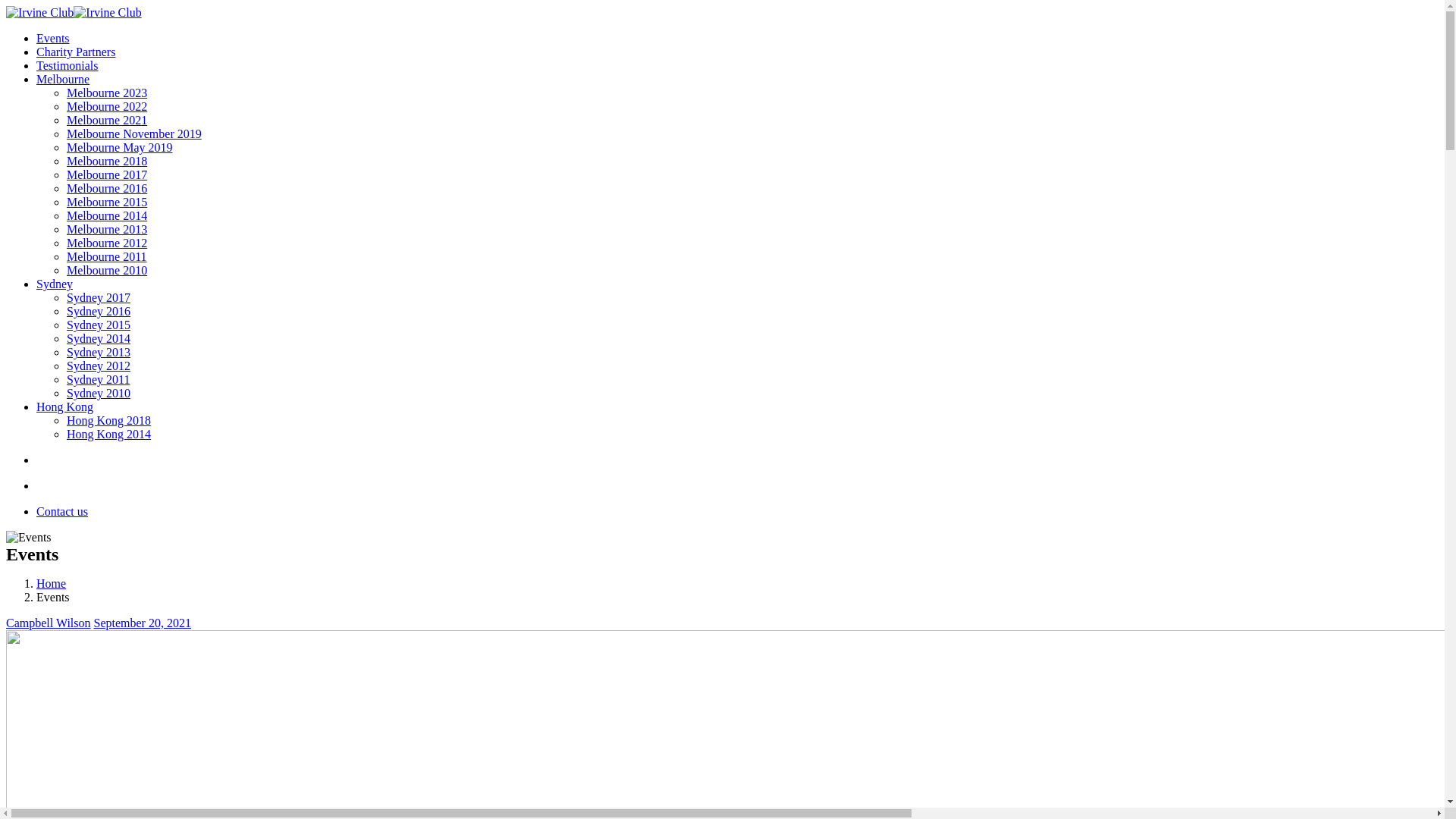 This screenshot has width=1456, height=819. I want to click on 'Melbourne 2015', so click(105, 201).